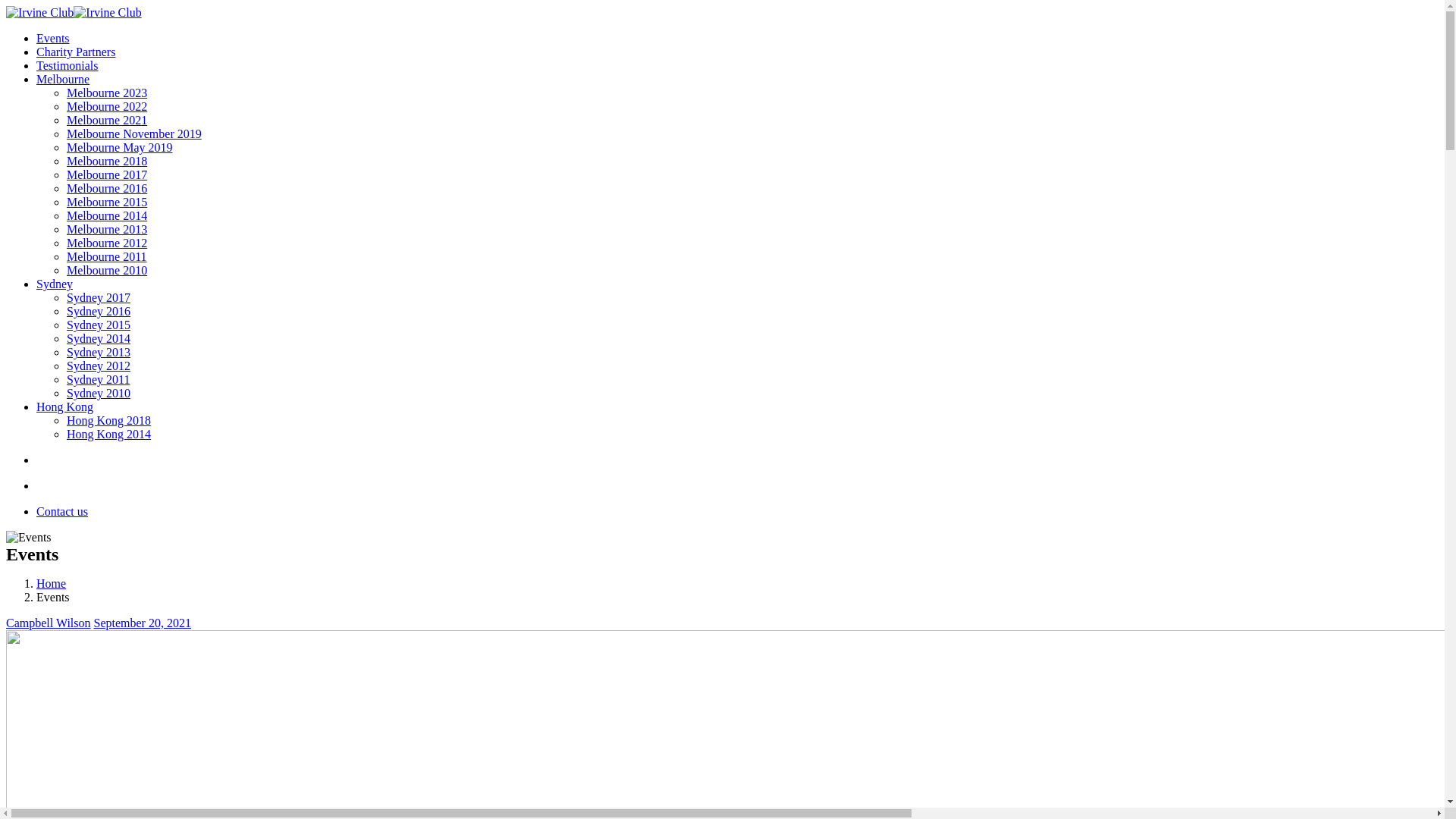 This screenshot has width=1456, height=819. I want to click on 'Melbourne 2015', so click(105, 201).